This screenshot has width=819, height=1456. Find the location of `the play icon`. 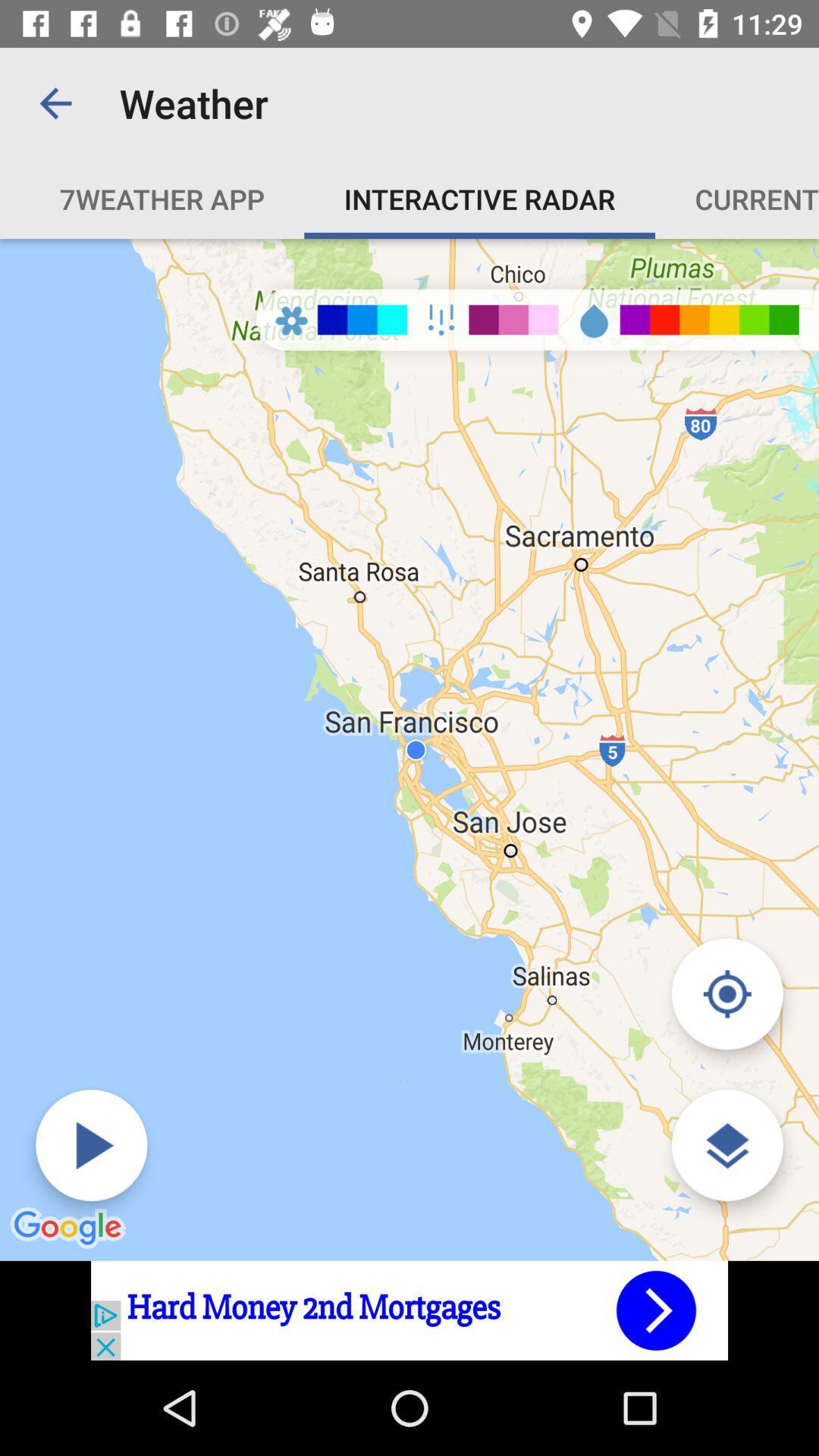

the play icon is located at coordinates (91, 1145).